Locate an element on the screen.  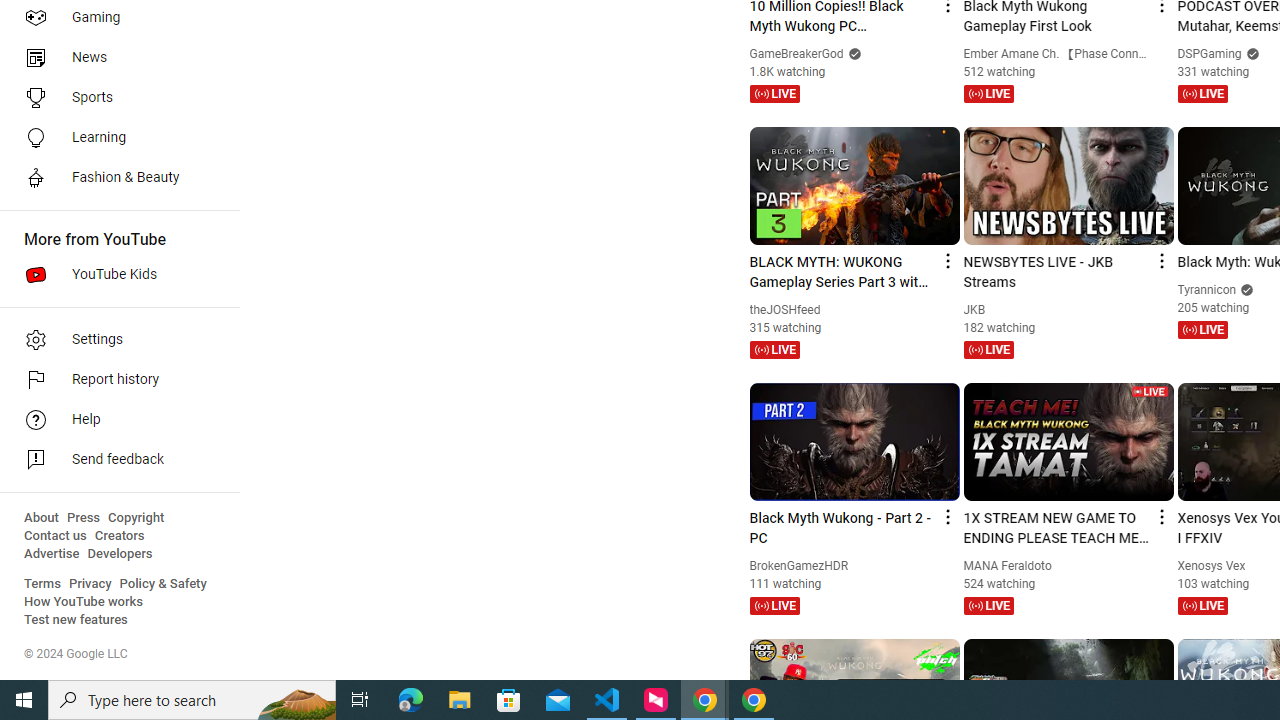
'Developers' is located at coordinates (119, 554).